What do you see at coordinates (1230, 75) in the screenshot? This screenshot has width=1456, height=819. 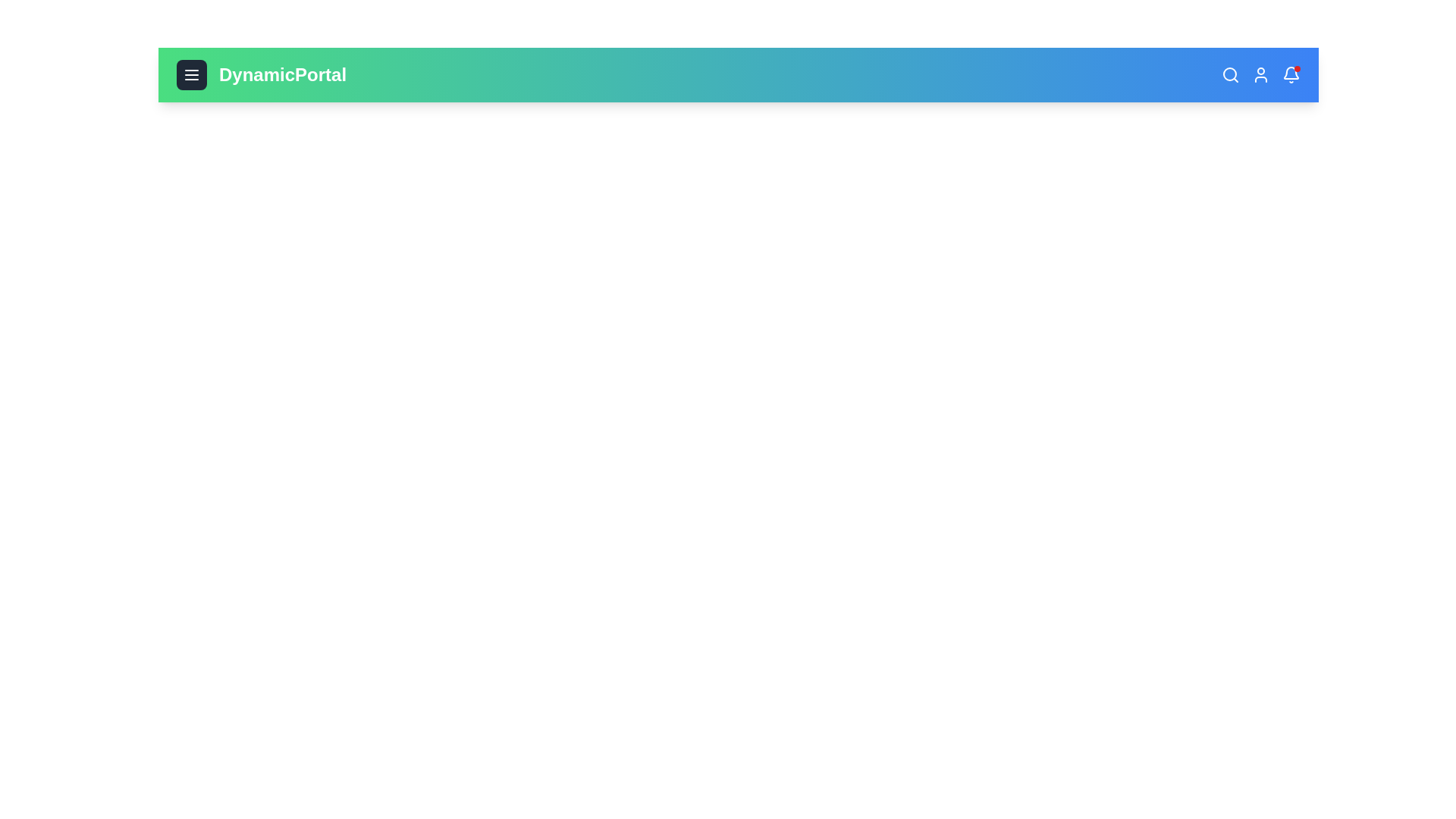 I see `the search icon to initiate a search` at bounding box center [1230, 75].